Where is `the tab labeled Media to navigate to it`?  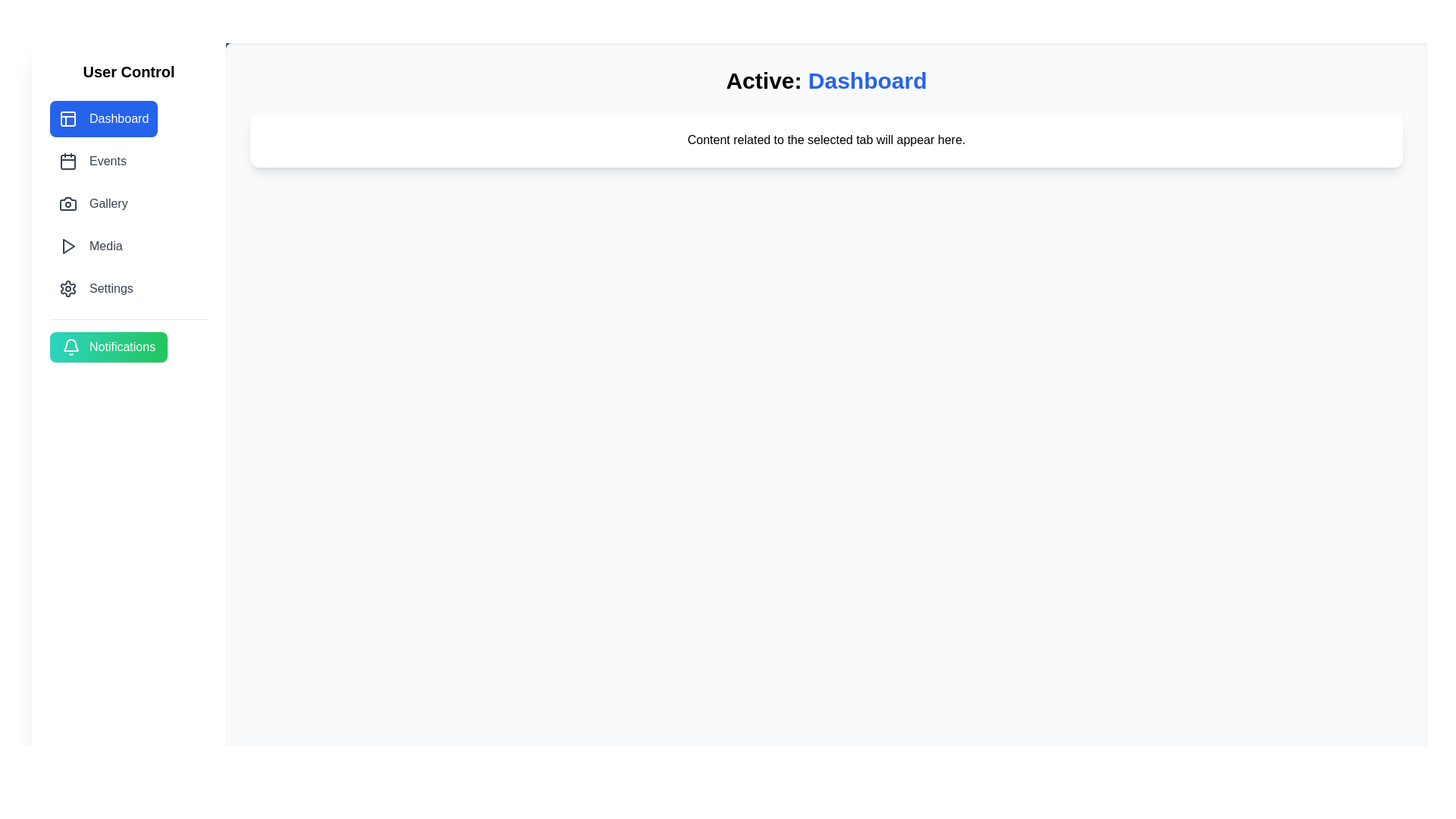 the tab labeled Media to navigate to it is located at coordinates (89, 245).